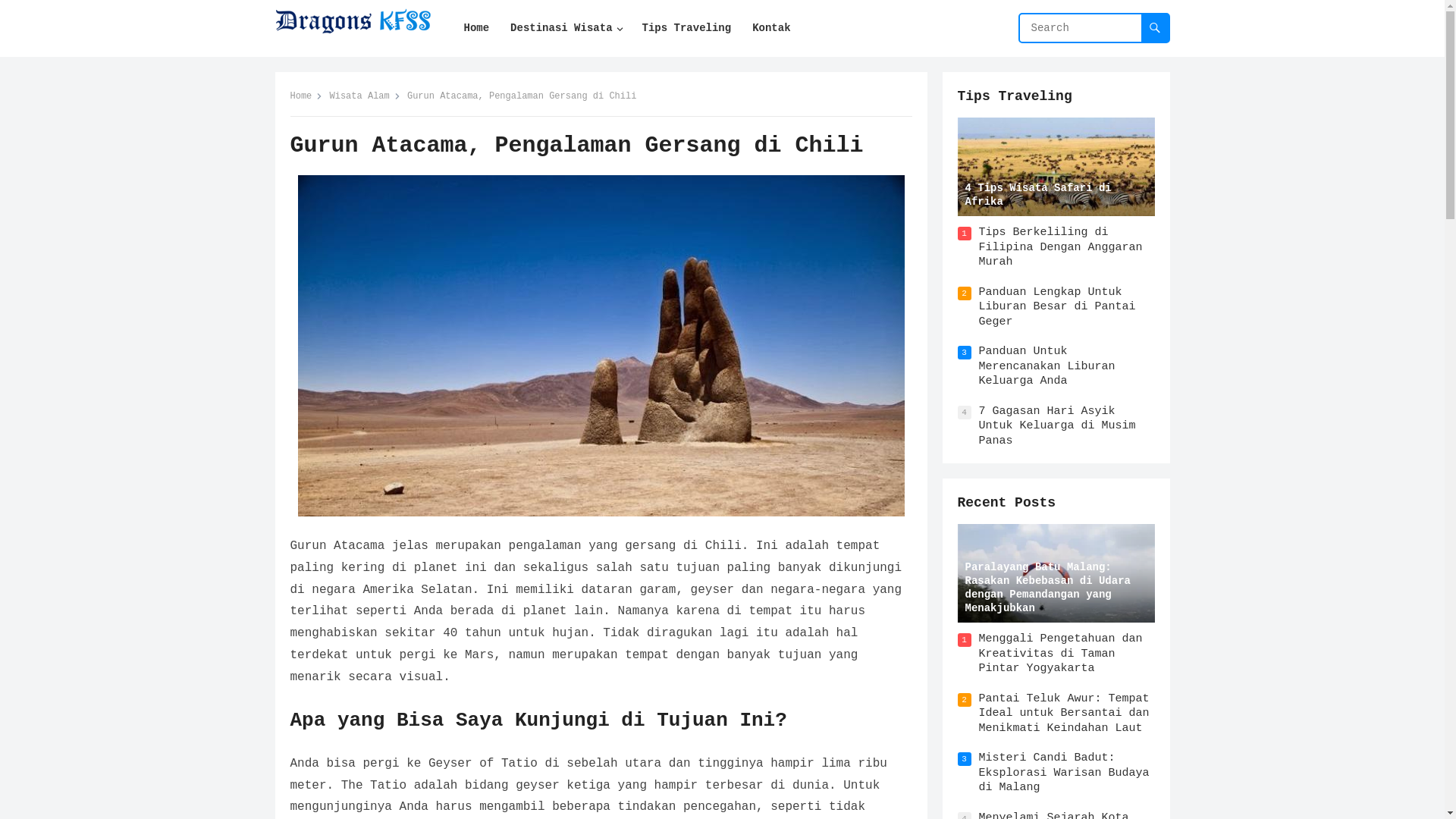  I want to click on 'Home', so click(305, 96).